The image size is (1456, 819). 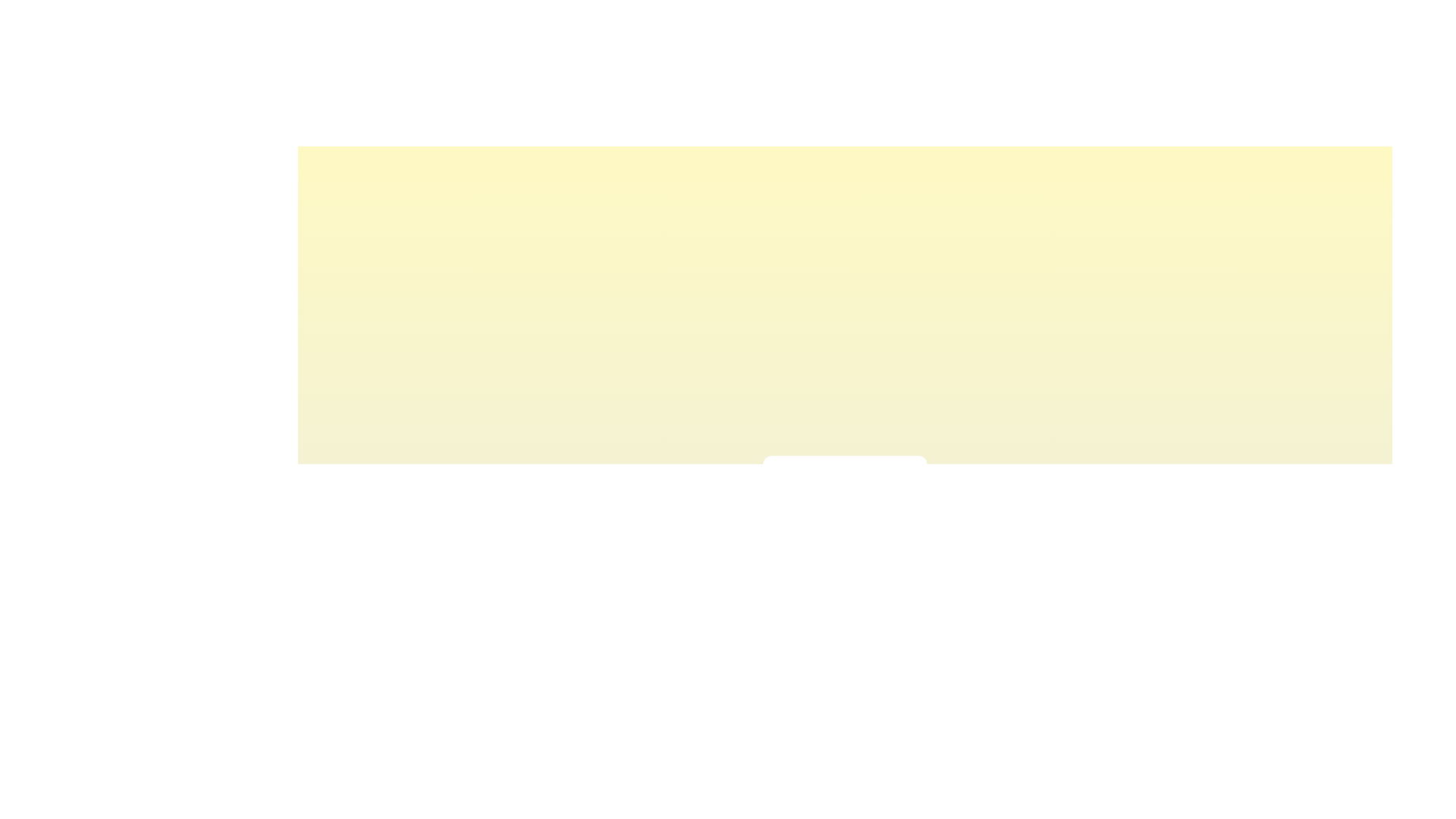 What do you see at coordinates (899, 513) in the screenshot?
I see `the light intensity to 93% by dragging the slider` at bounding box center [899, 513].